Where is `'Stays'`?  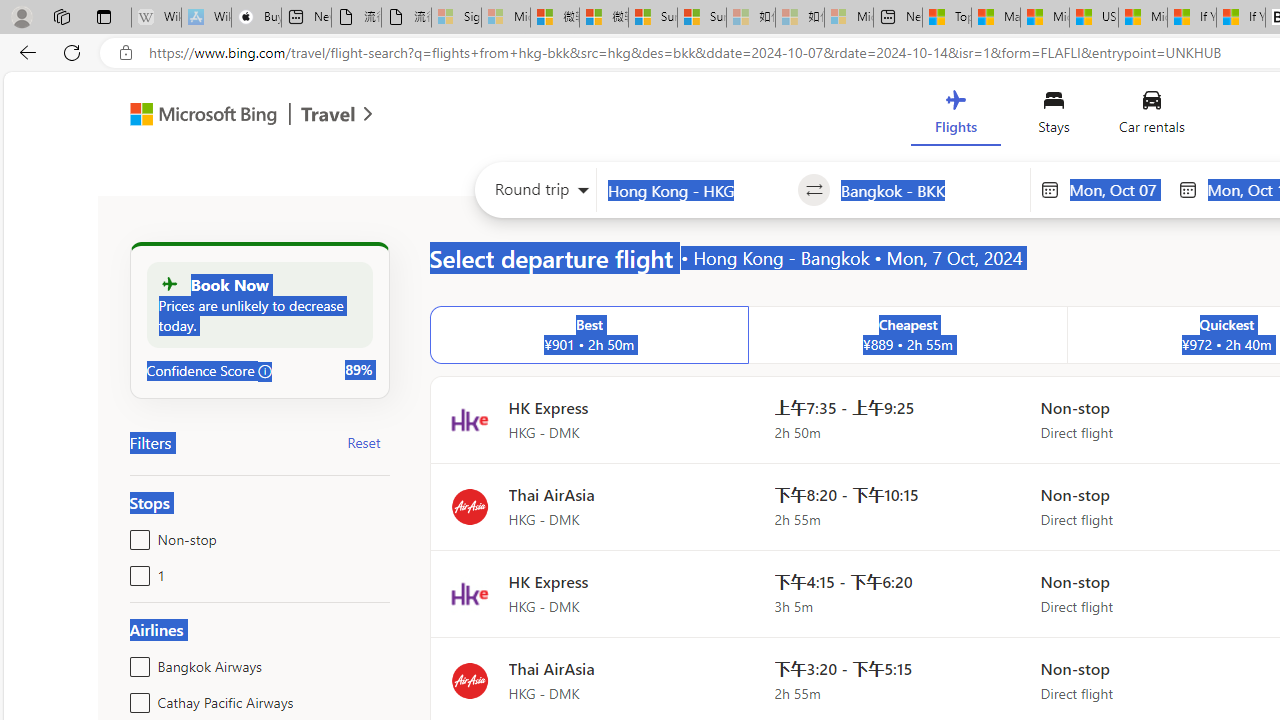
'Stays' is located at coordinates (1053, 117).